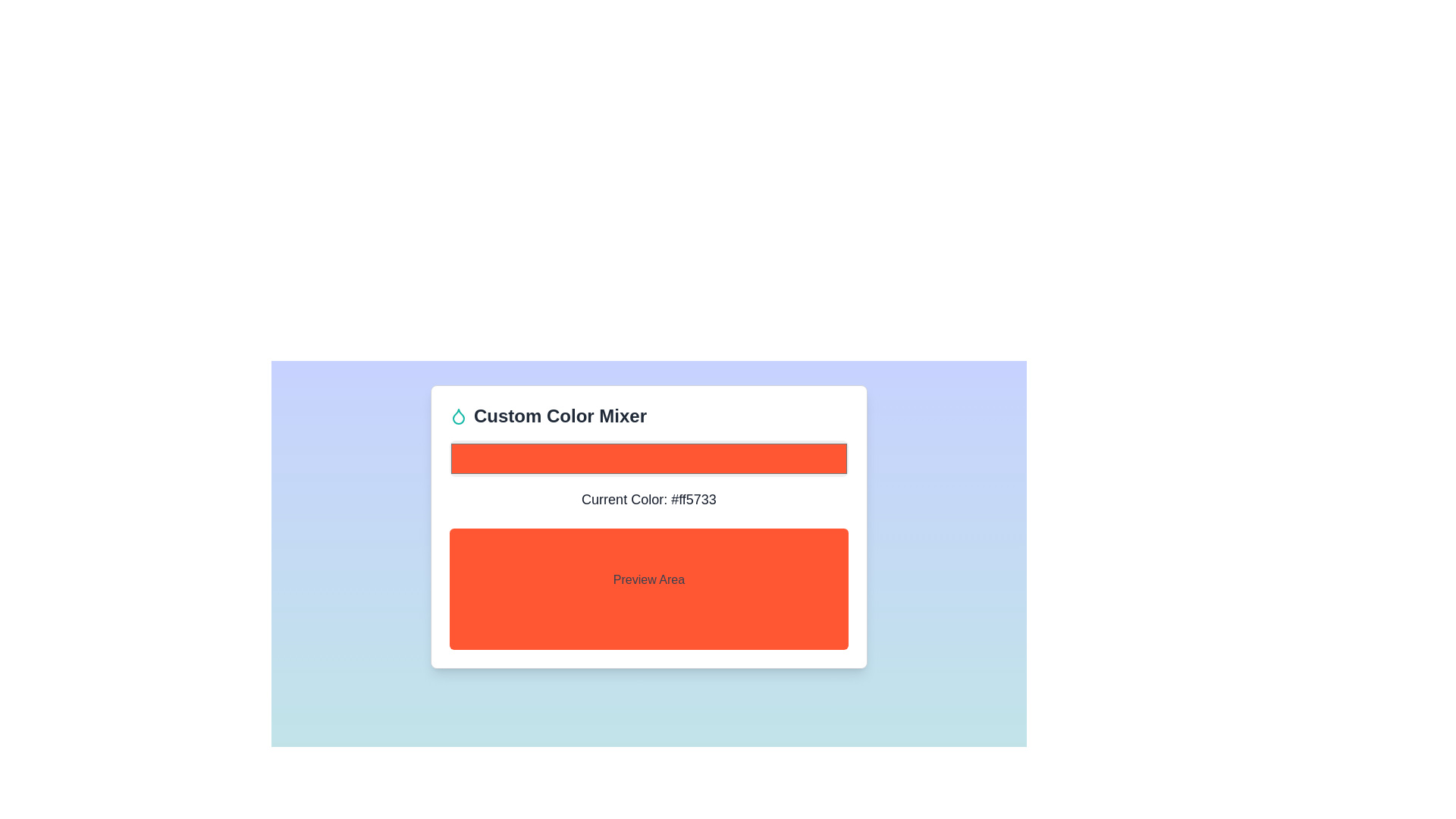 The width and height of the screenshot is (1456, 819). What do you see at coordinates (457, 416) in the screenshot?
I see `the droplet icon located at the upper left corner of the 'Custom Color Mixer' component, which visually represents the color mixer functionality` at bounding box center [457, 416].